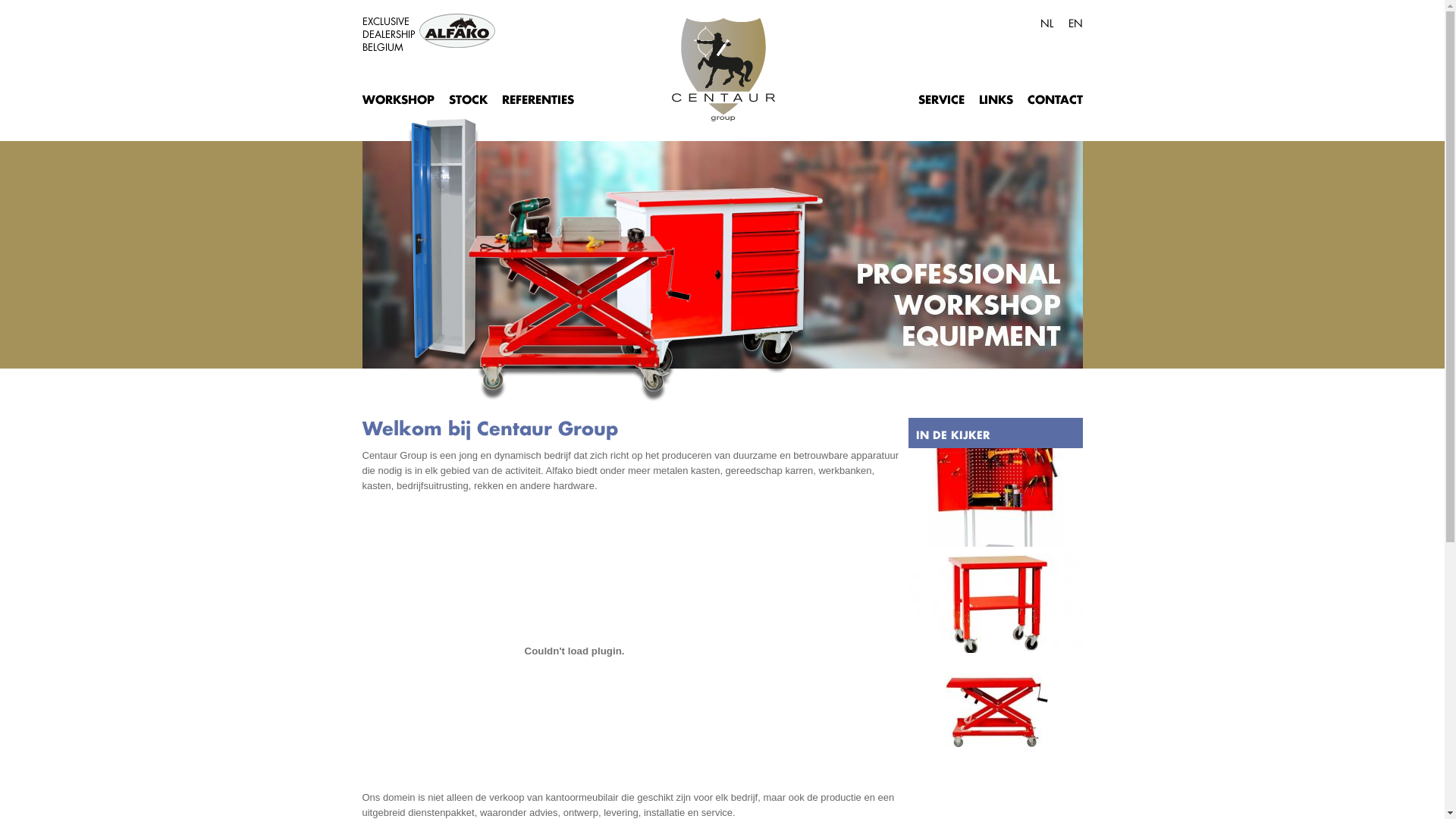 The height and width of the screenshot is (819, 1456). I want to click on 'SERVICE', so click(916, 97).